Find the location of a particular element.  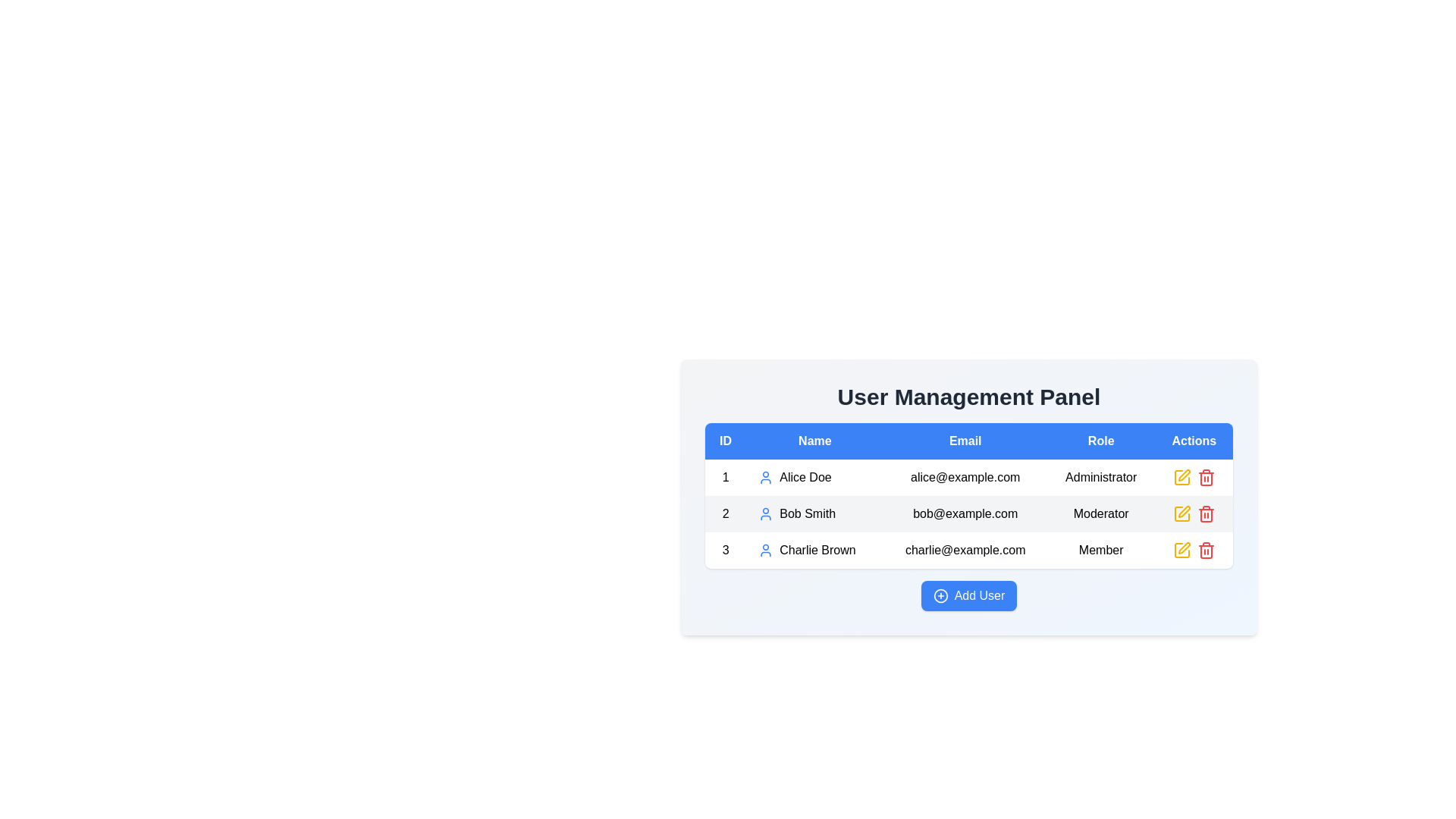

the body of the trash can icon representing the delete action for the second user, 'Bob Smith', located in the Actions column of the user management table is located at coordinates (1205, 514).